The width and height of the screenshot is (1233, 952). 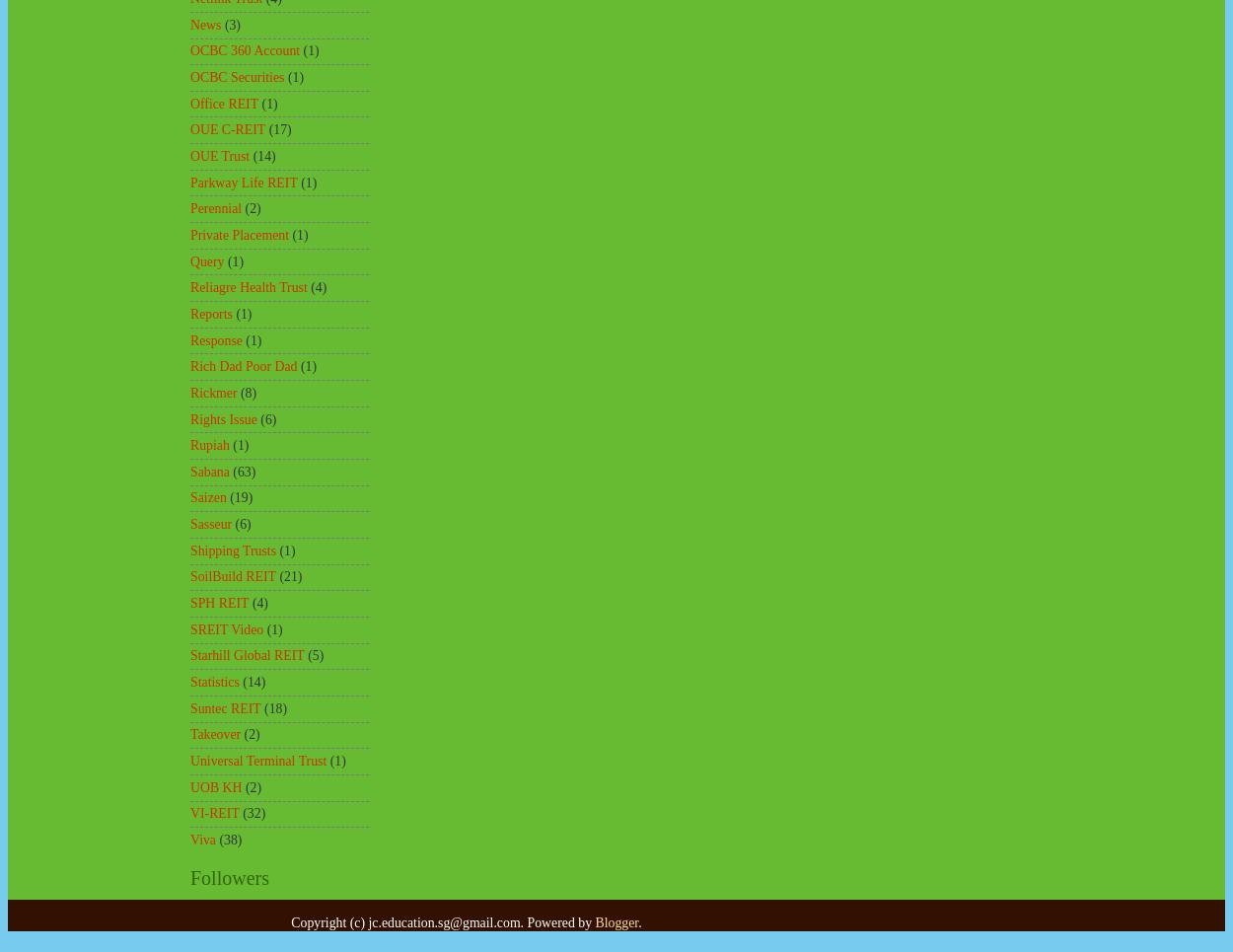 I want to click on '(3)', so click(x=231, y=23).